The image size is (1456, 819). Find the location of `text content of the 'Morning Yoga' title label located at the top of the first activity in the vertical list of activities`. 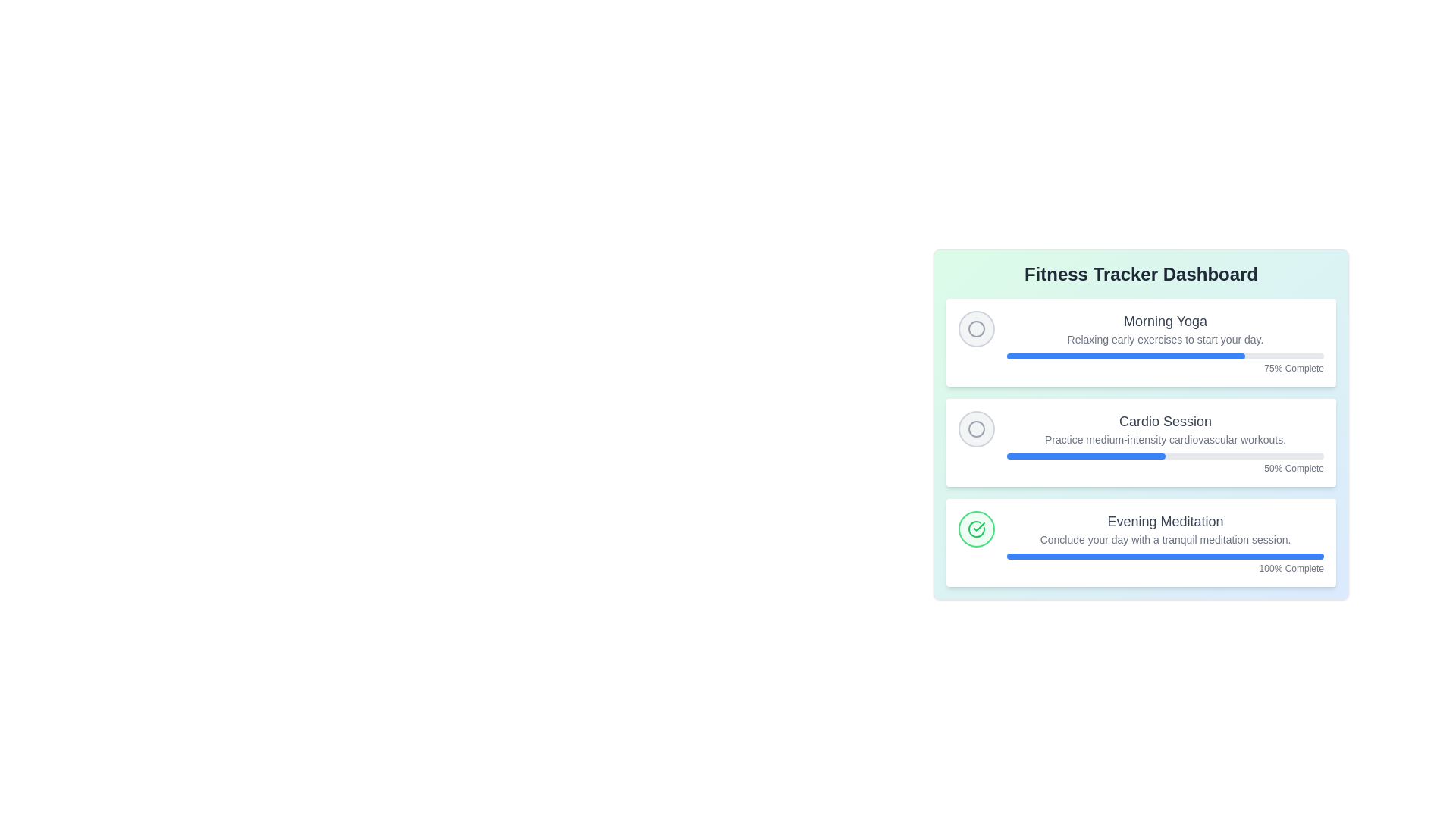

text content of the 'Morning Yoga' title label located at the top of the first activity in the vertical list of activities is located at coordinates (1164, 321).